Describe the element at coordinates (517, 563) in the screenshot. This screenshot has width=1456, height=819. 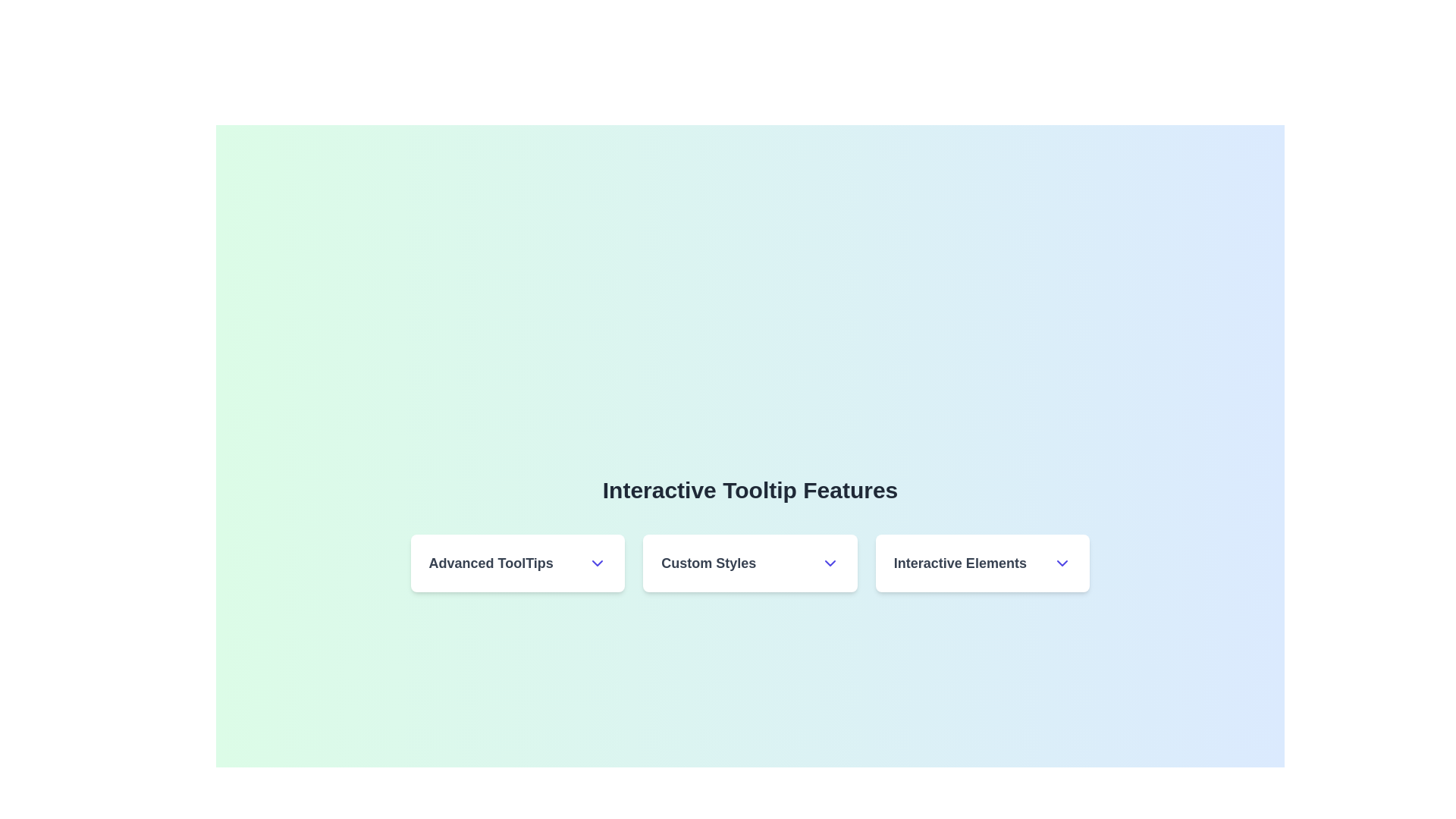
I see `the Card-like button labeled 'Advanced ToolTips', which is the first item in the grid layout, featuring a white background and bold dark-gray text` at that location.